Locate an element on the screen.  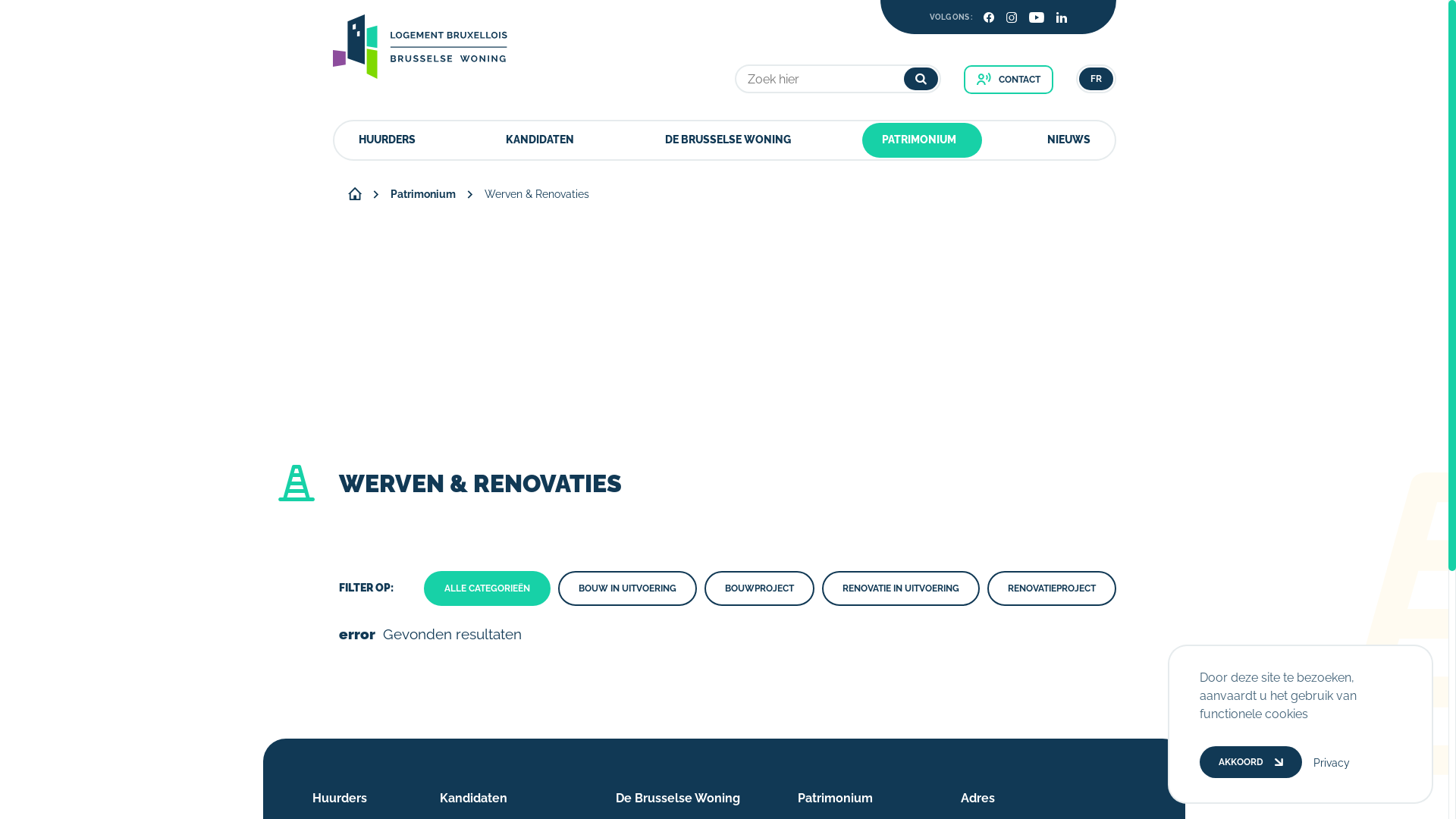
'BOUW IN UITVOERING' is located at coordinates (627, 587).